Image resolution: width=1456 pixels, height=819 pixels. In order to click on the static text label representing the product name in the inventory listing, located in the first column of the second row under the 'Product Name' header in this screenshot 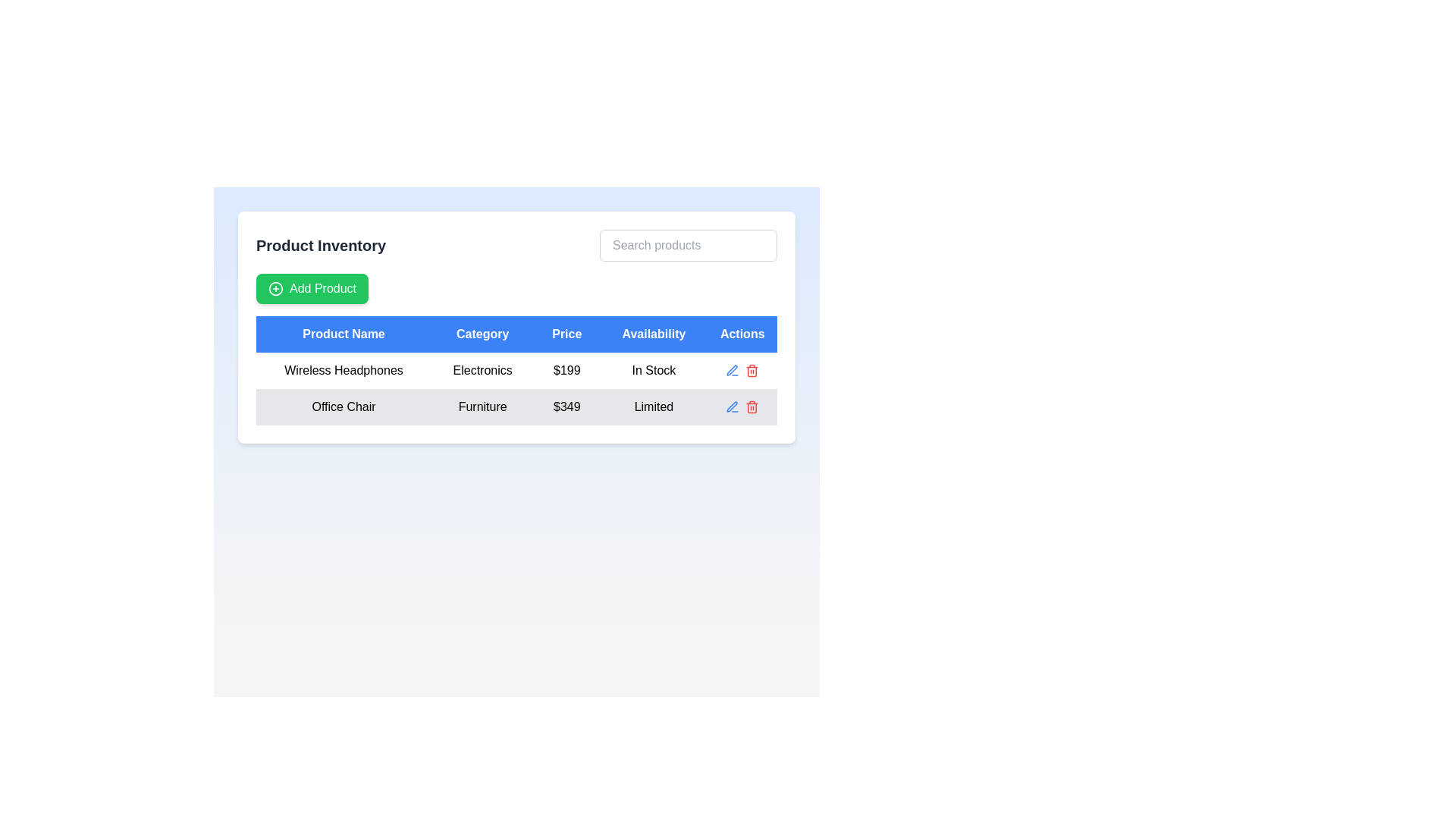, I will do `click(343, 371)`.